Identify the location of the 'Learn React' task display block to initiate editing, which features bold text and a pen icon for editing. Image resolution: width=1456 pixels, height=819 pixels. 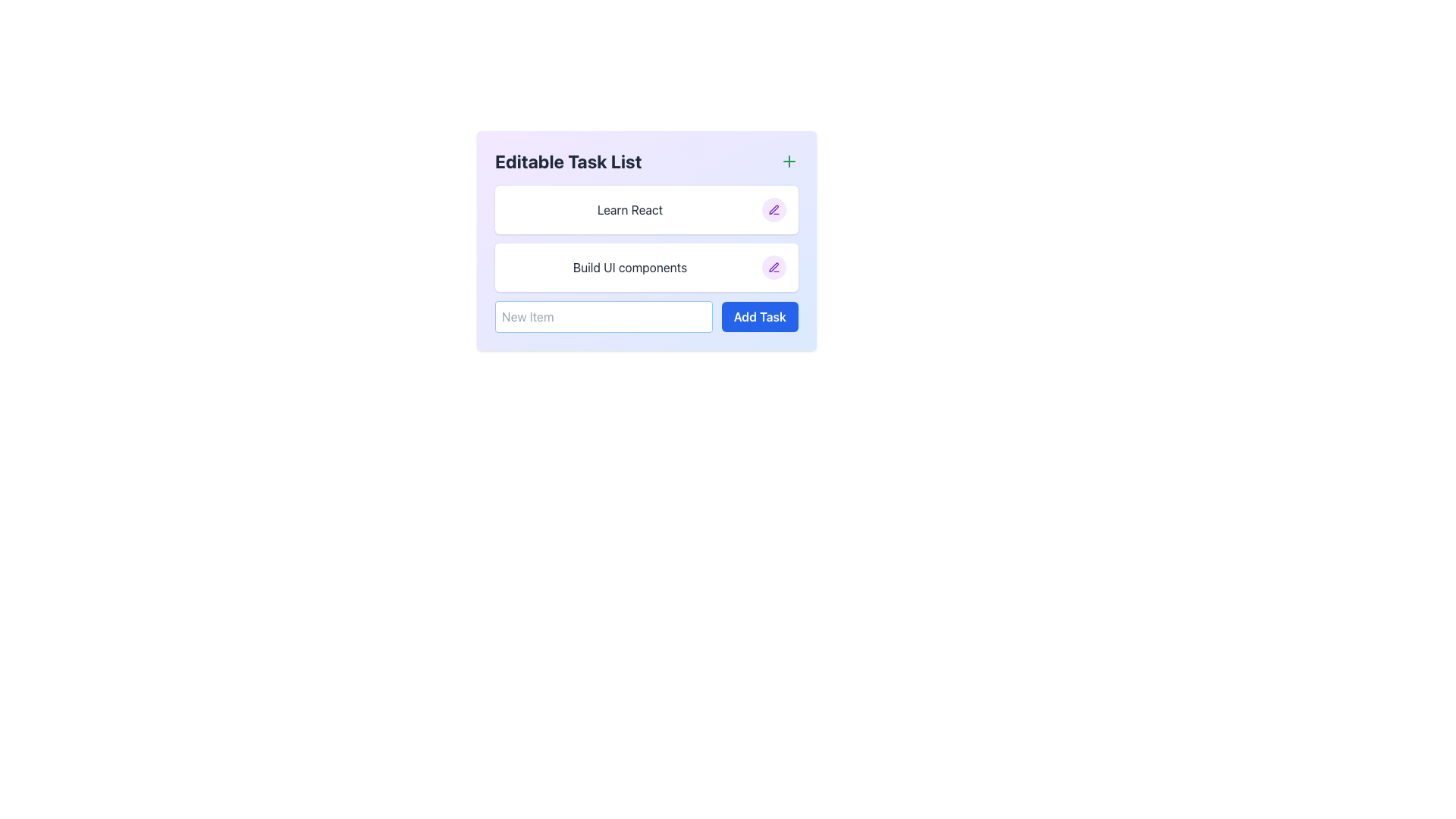
(647, 210).